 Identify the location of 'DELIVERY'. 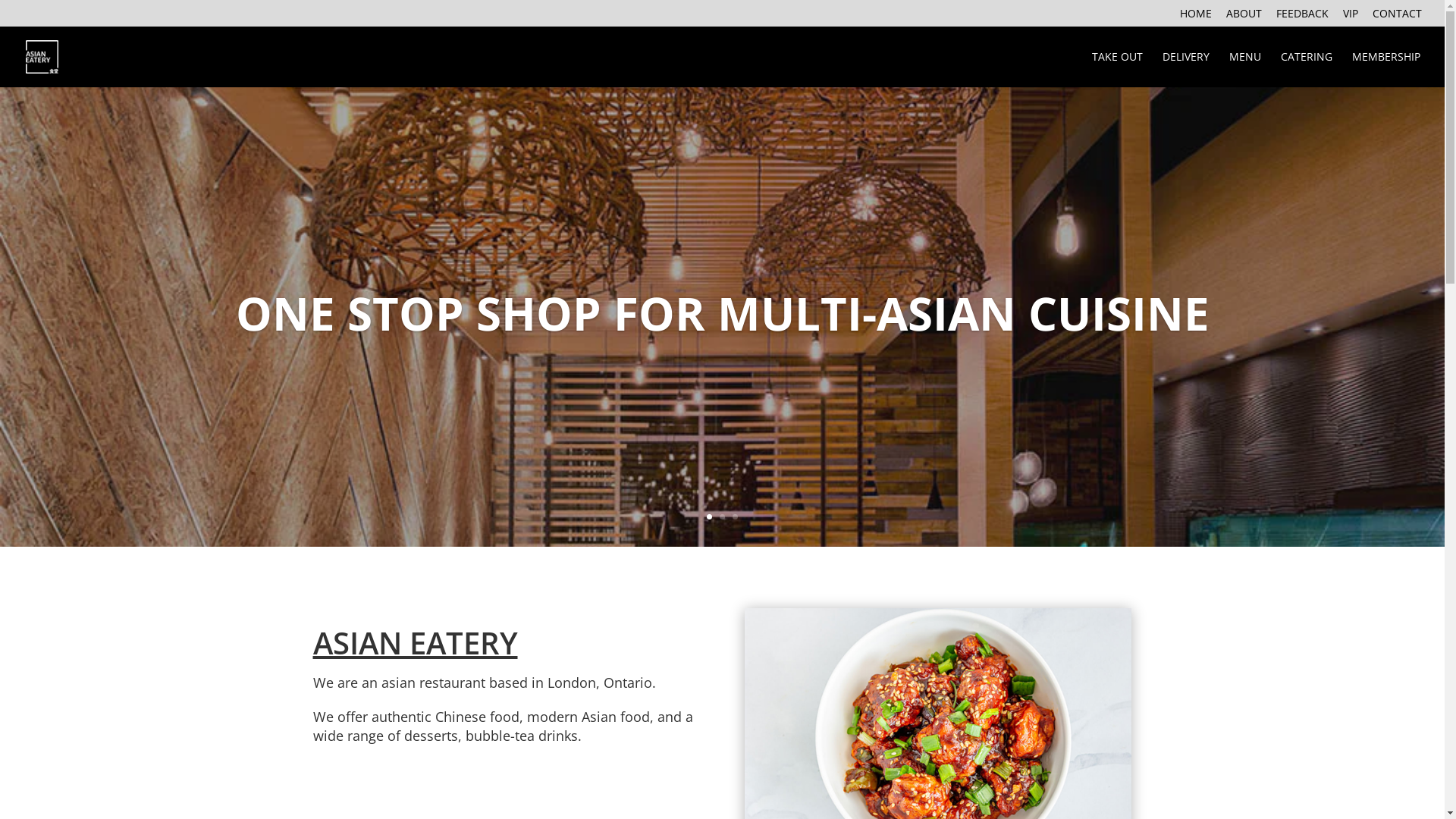
(1161, 69).